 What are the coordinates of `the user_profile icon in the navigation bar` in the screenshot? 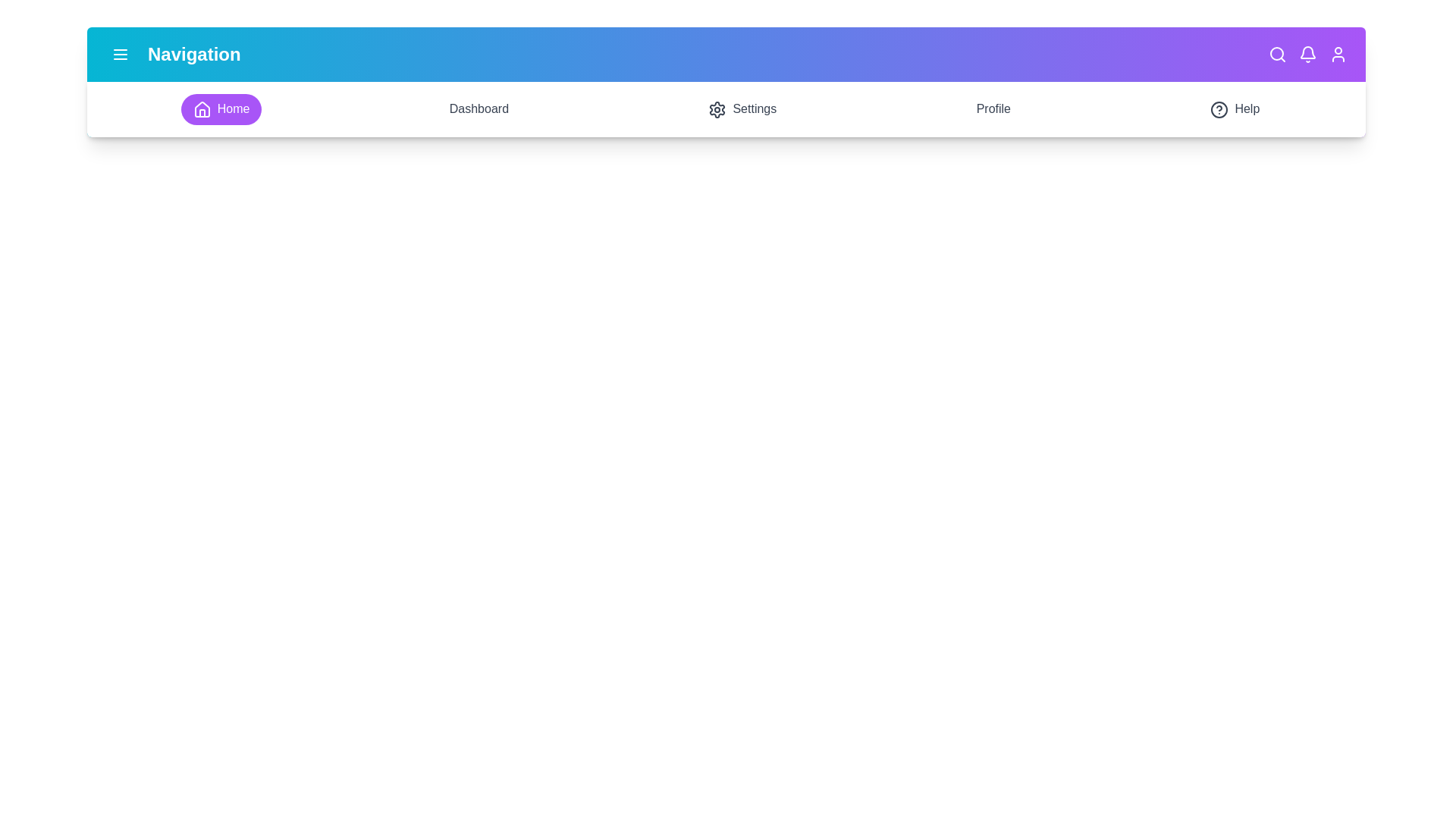 It's located at (1338, 54).